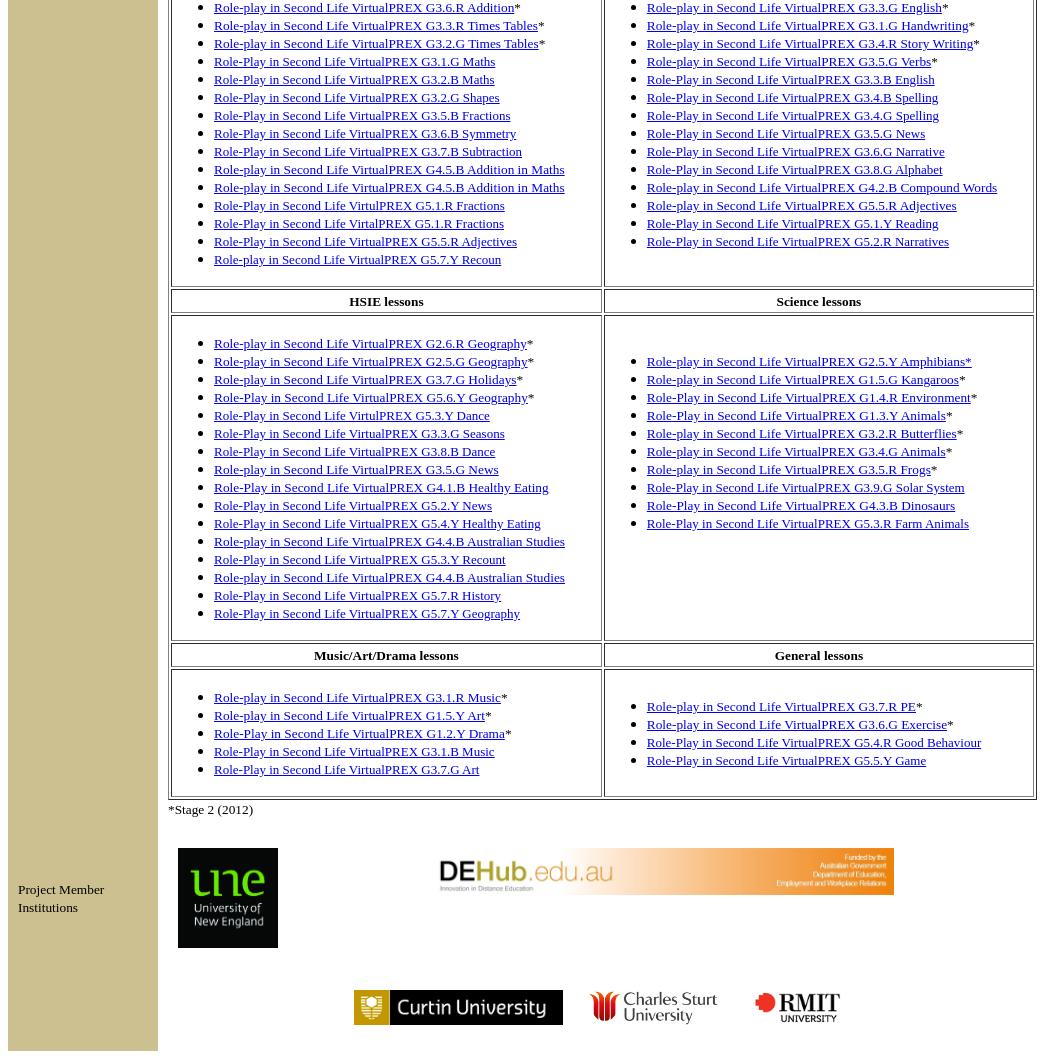 This screenshot has height=1059, width=1047. What do you see at coordinates (213, 715) in the screenshot?
I see `'Role-play in Second Life VirtualPREX G1.5.Y Art'` at bounding box center [213, 715].